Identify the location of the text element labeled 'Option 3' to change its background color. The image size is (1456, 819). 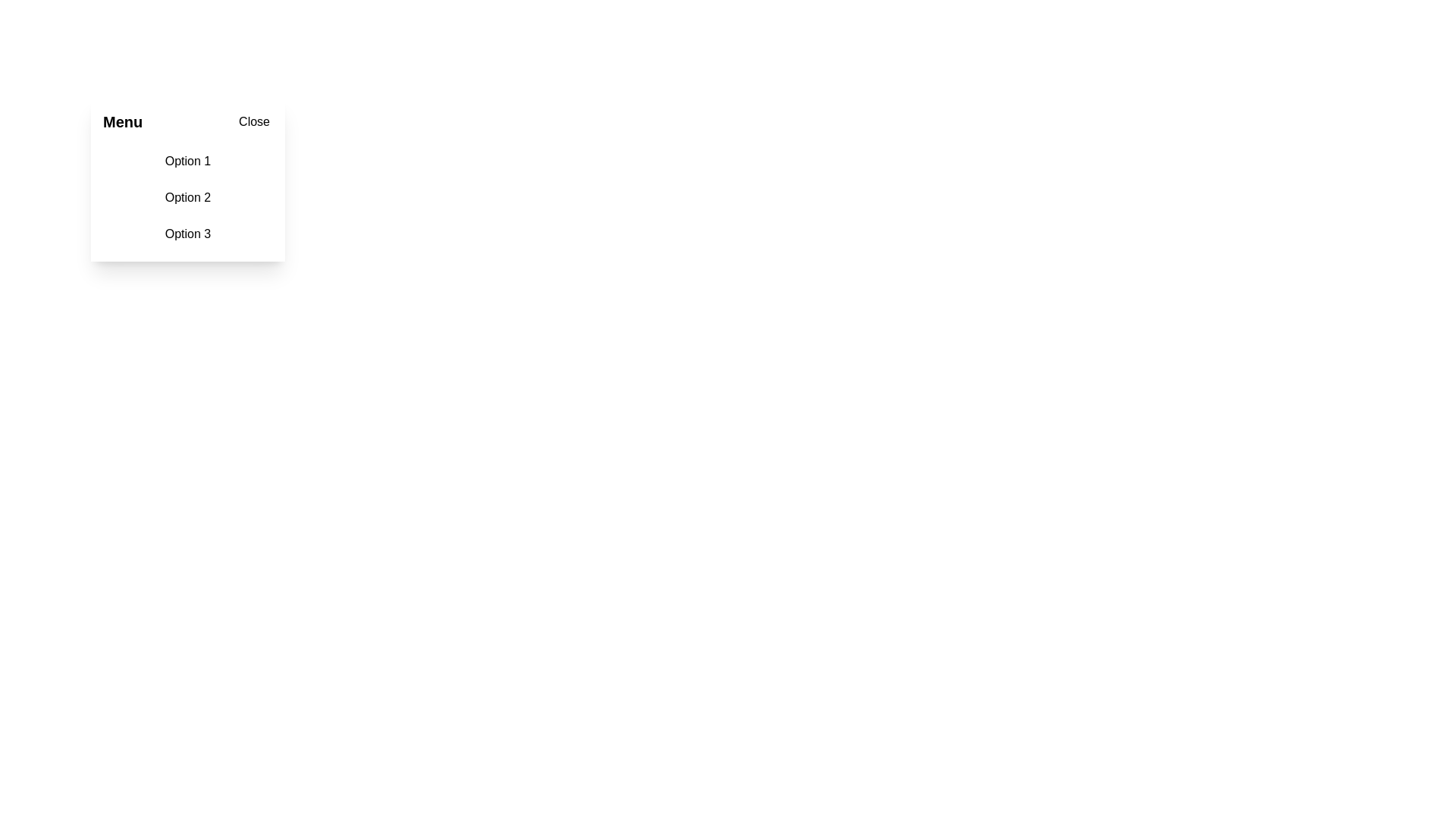
(187, 234).